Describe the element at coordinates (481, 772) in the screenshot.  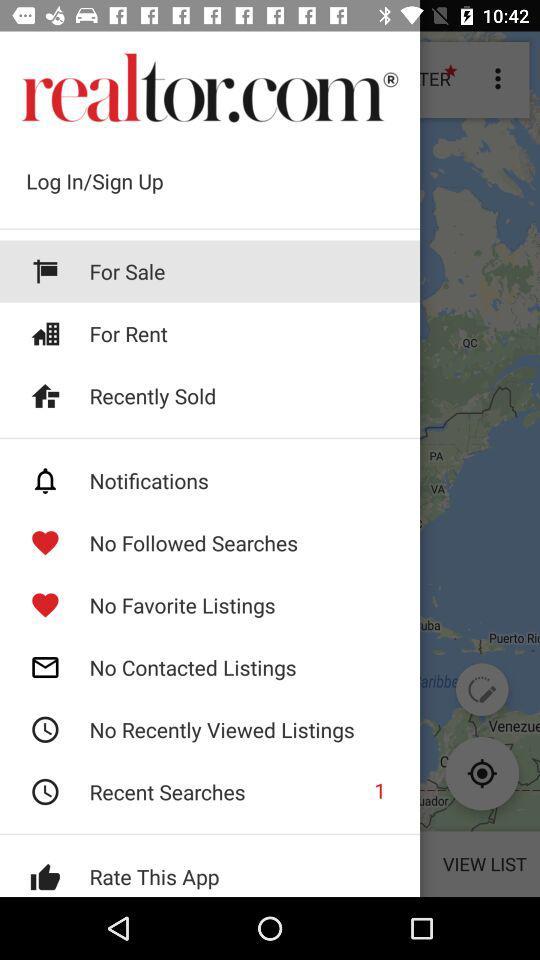
I see `the location_crosshair icon` at that location.